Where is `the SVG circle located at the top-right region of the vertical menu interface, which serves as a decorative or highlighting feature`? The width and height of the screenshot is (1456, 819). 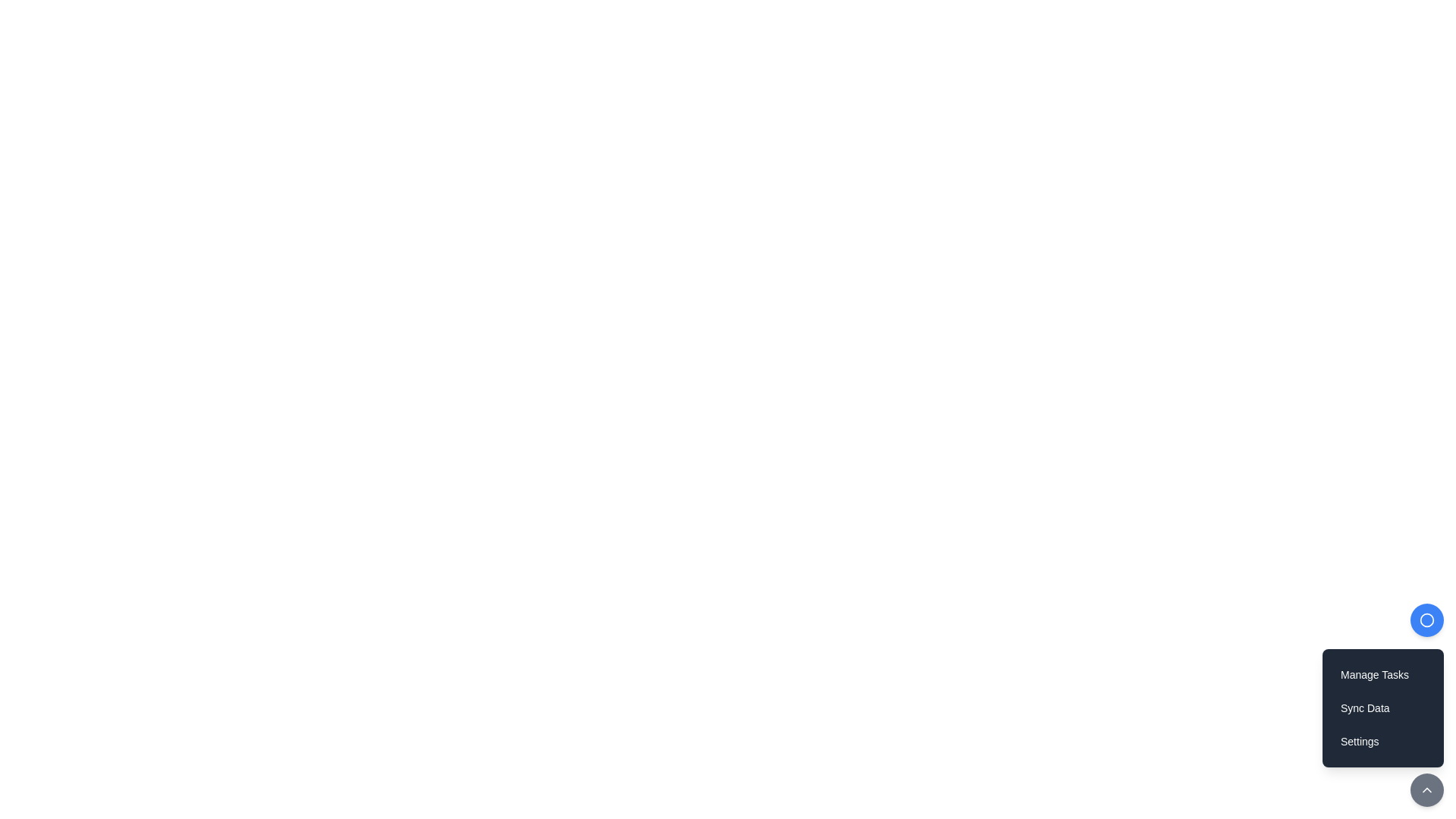
the SVG circle located at the top-right region of the vertical menu interface, which serves as a decorative or highlighting feature is located at coordinates (1426, 620).